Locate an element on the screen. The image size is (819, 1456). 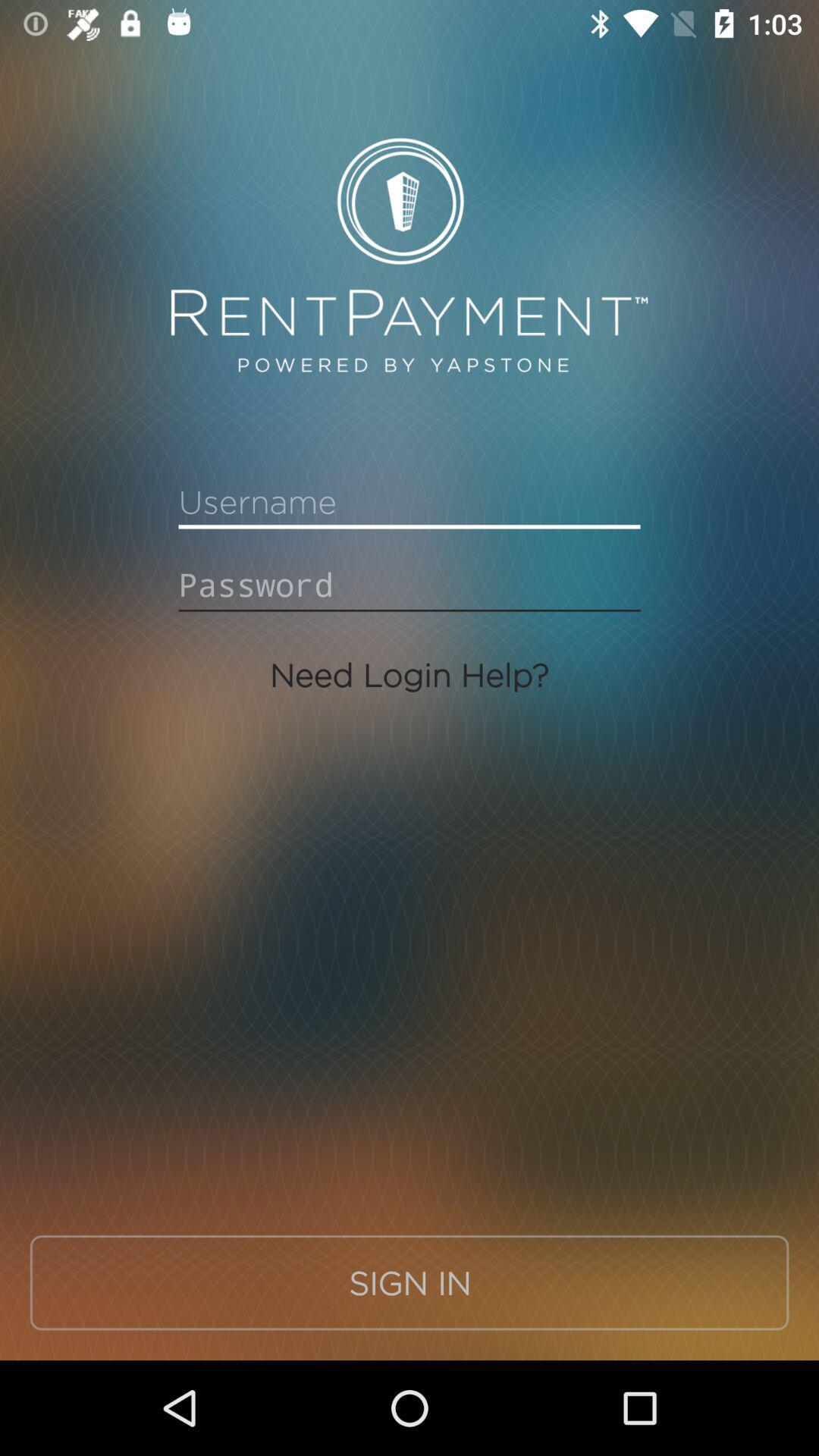
password is located at coordinates (409, 584).